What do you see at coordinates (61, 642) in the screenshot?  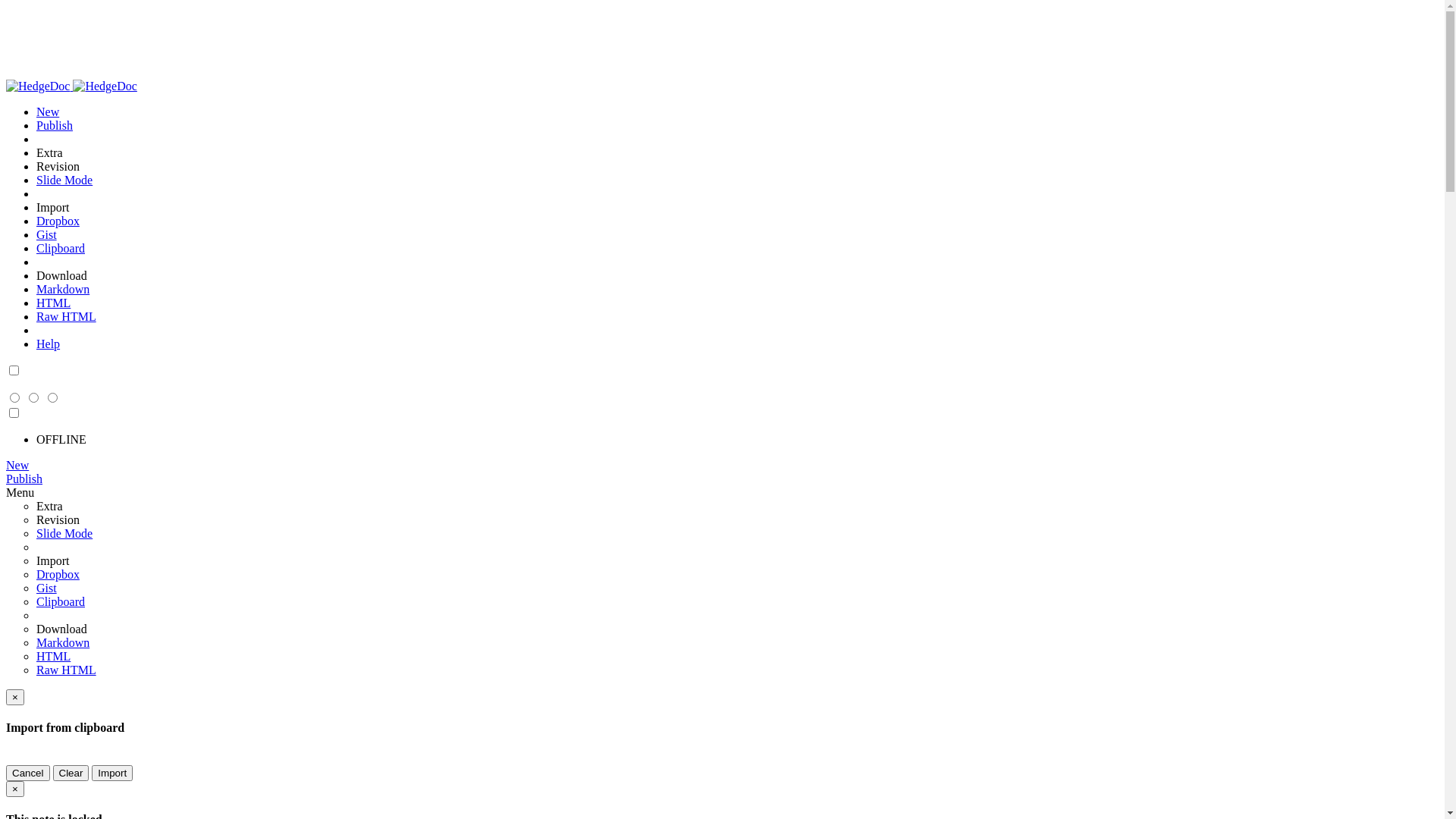 I see `'Markdown'` at bounding box center [61, 642].